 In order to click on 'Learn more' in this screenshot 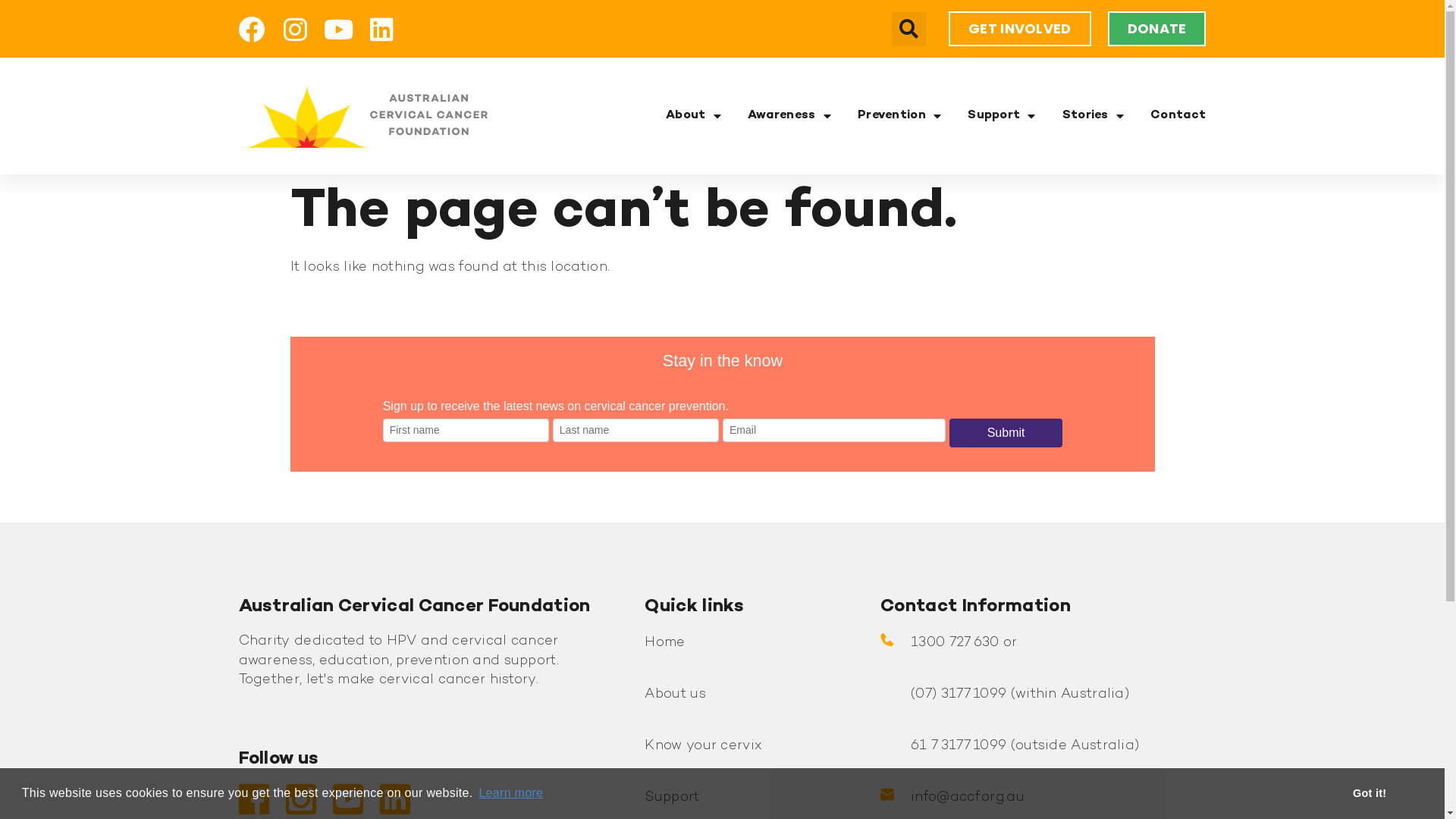, I will do `click(510, 792)`.